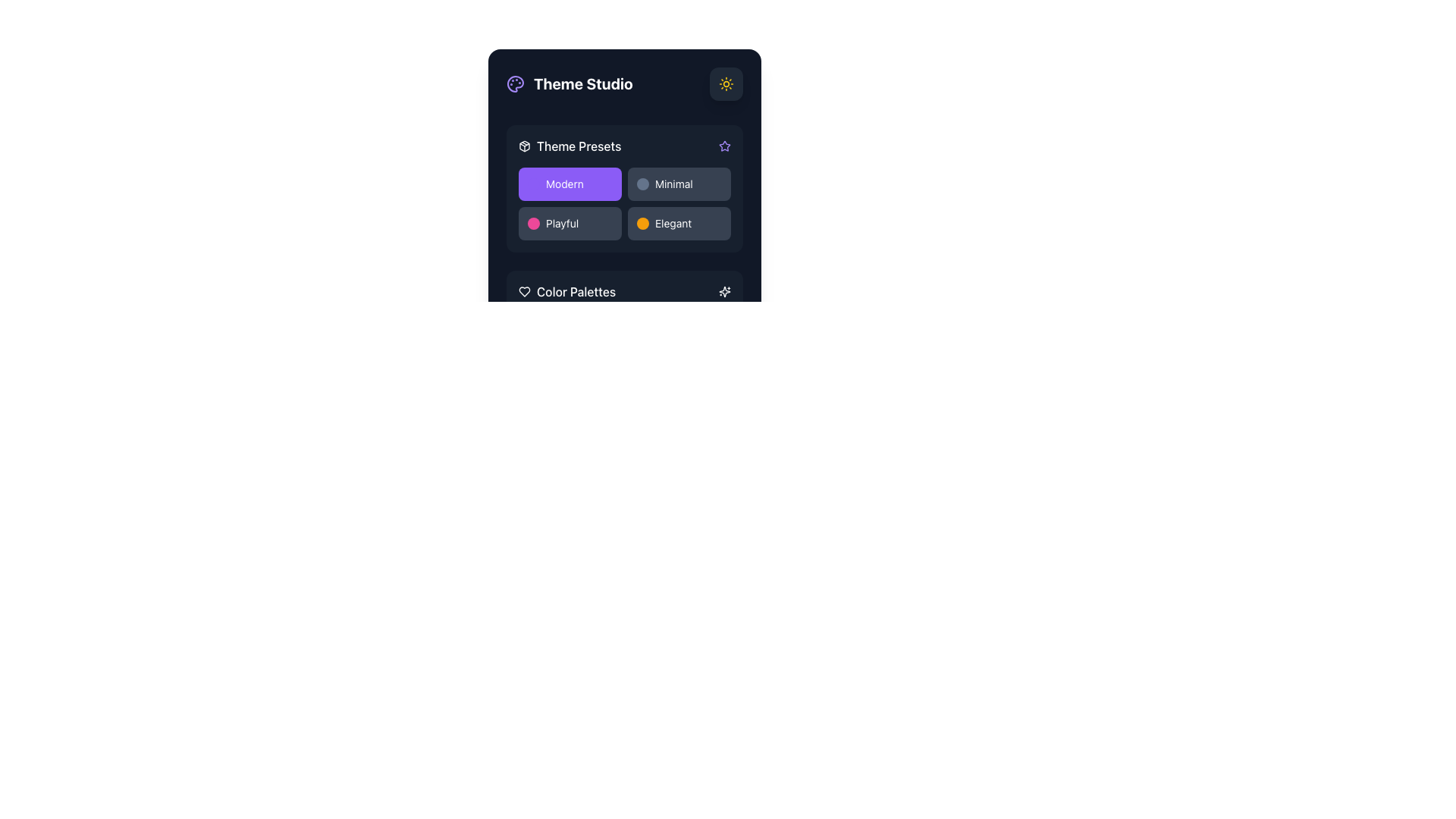 Image resolution: width=1456 pixels, height=819 pixels. What do you see at coordinates (726, 84) in the screenshot?
I see `the animation of the sun symbol icon located in the top-right of the interface, which serves as a visual indicator for theme or mode toggle` at bounding box center [726, 84].